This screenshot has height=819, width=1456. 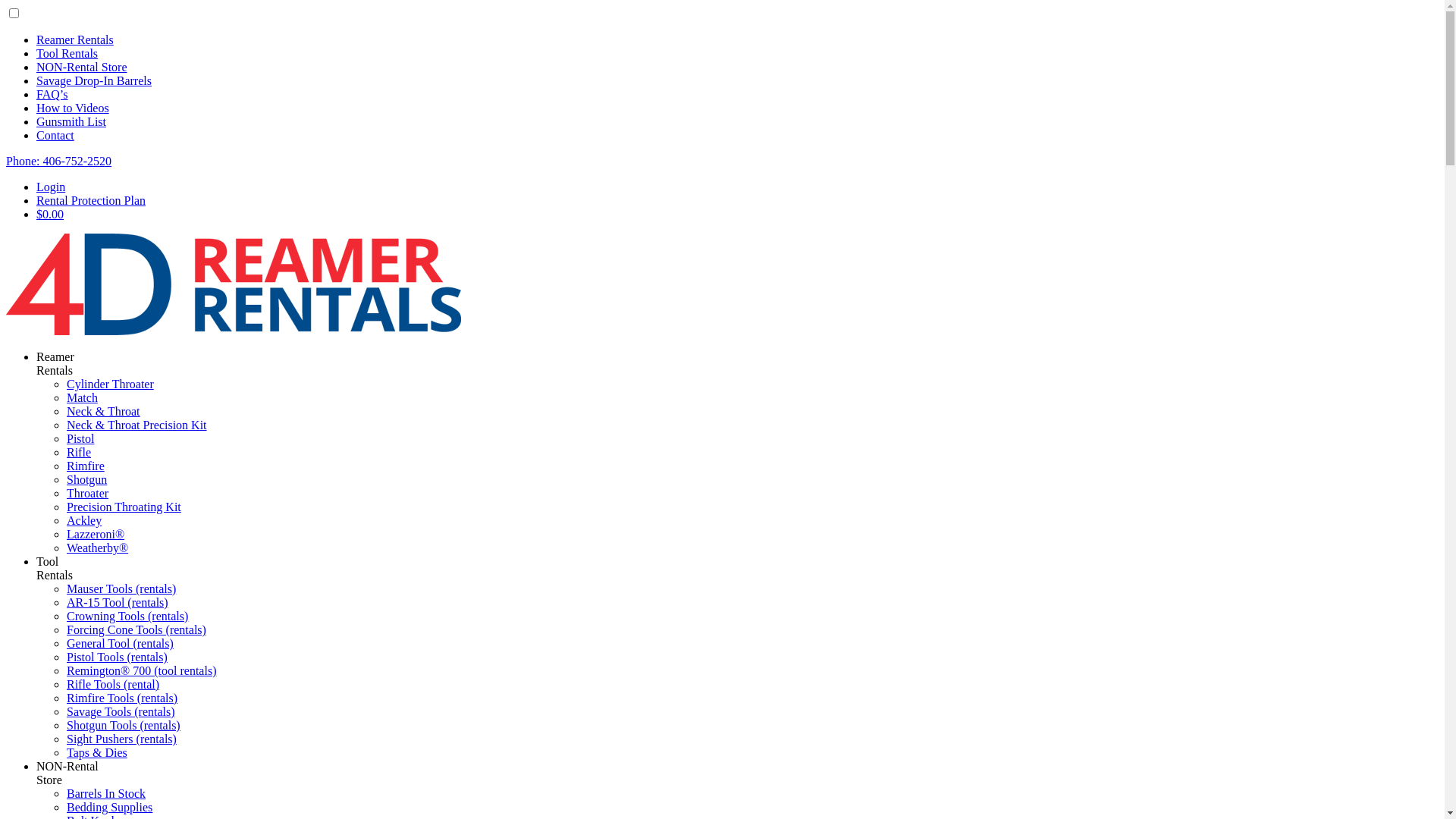 What do you see at coordinates (119, 643) in the screenshot?
I see `'General Tool (rentals)'` at bounding box center [119, 643].